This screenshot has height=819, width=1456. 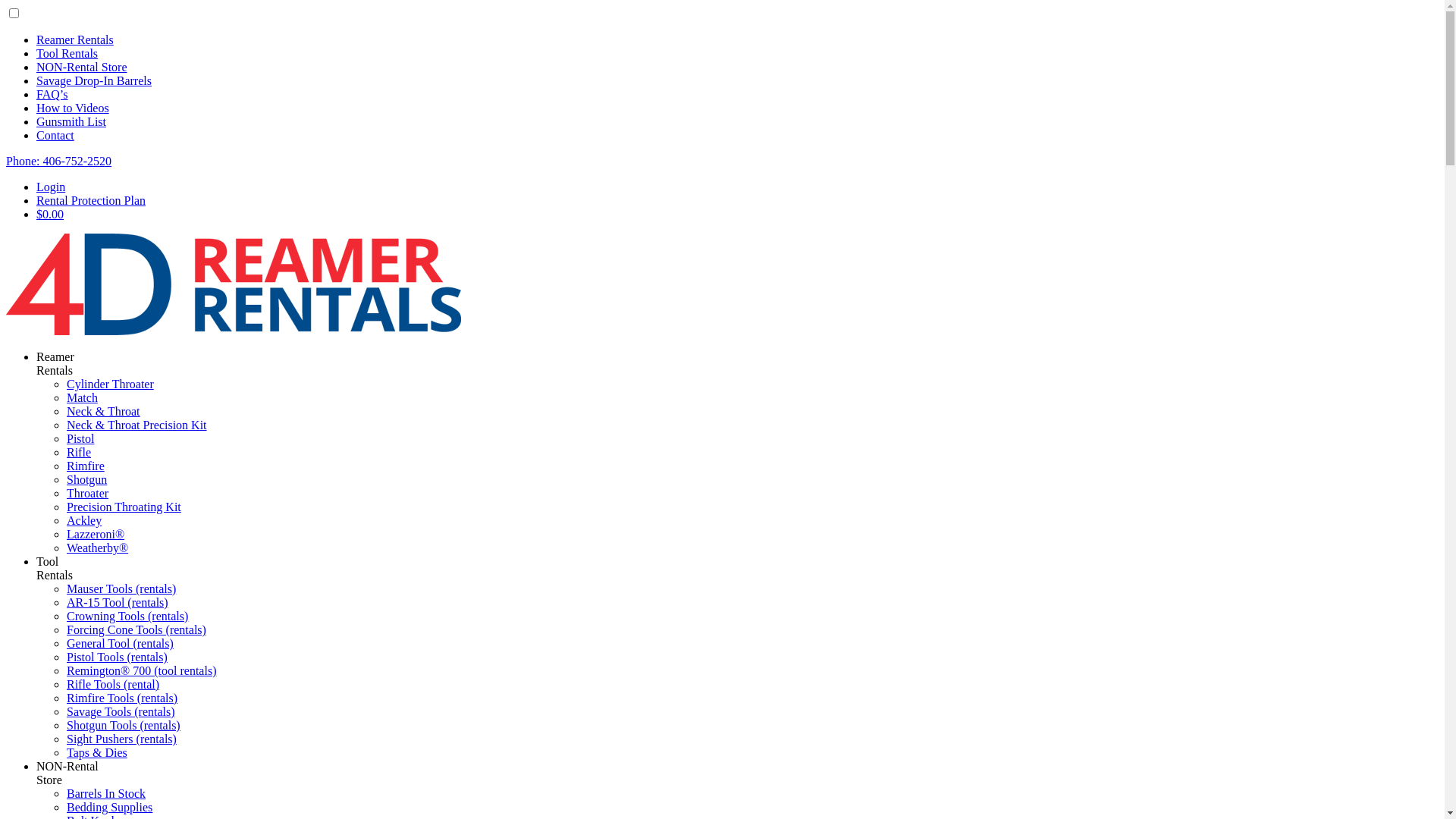 What do you see at coordinates (119, 643) in the screenshot?
I see `'General Tool (rentals)'` at bounding box center [119, 643].